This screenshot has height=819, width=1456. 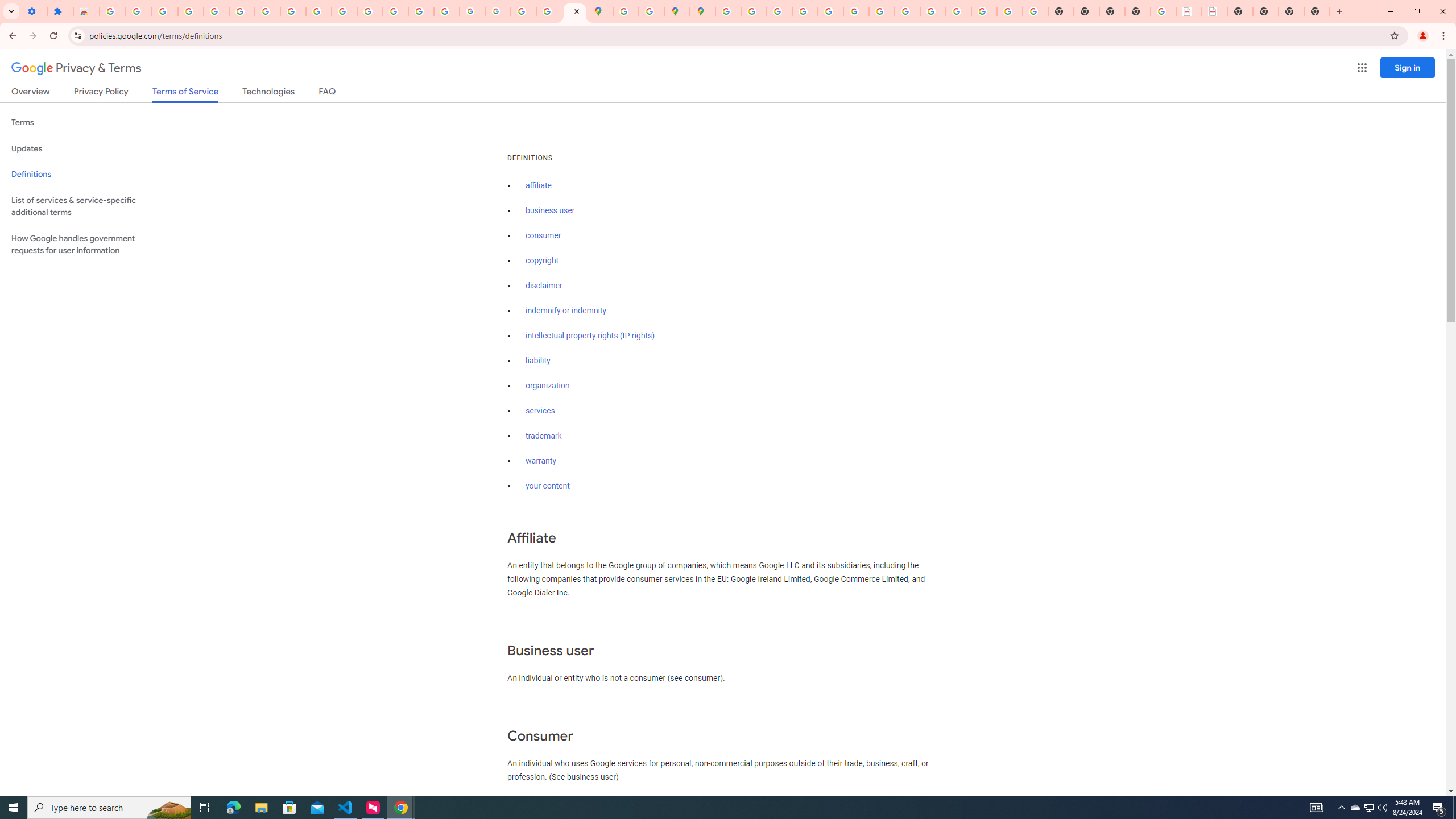 What do you see at coordinates (540, 410) in the screenshot?
I see `'services'` at bounding box center [540, 410].